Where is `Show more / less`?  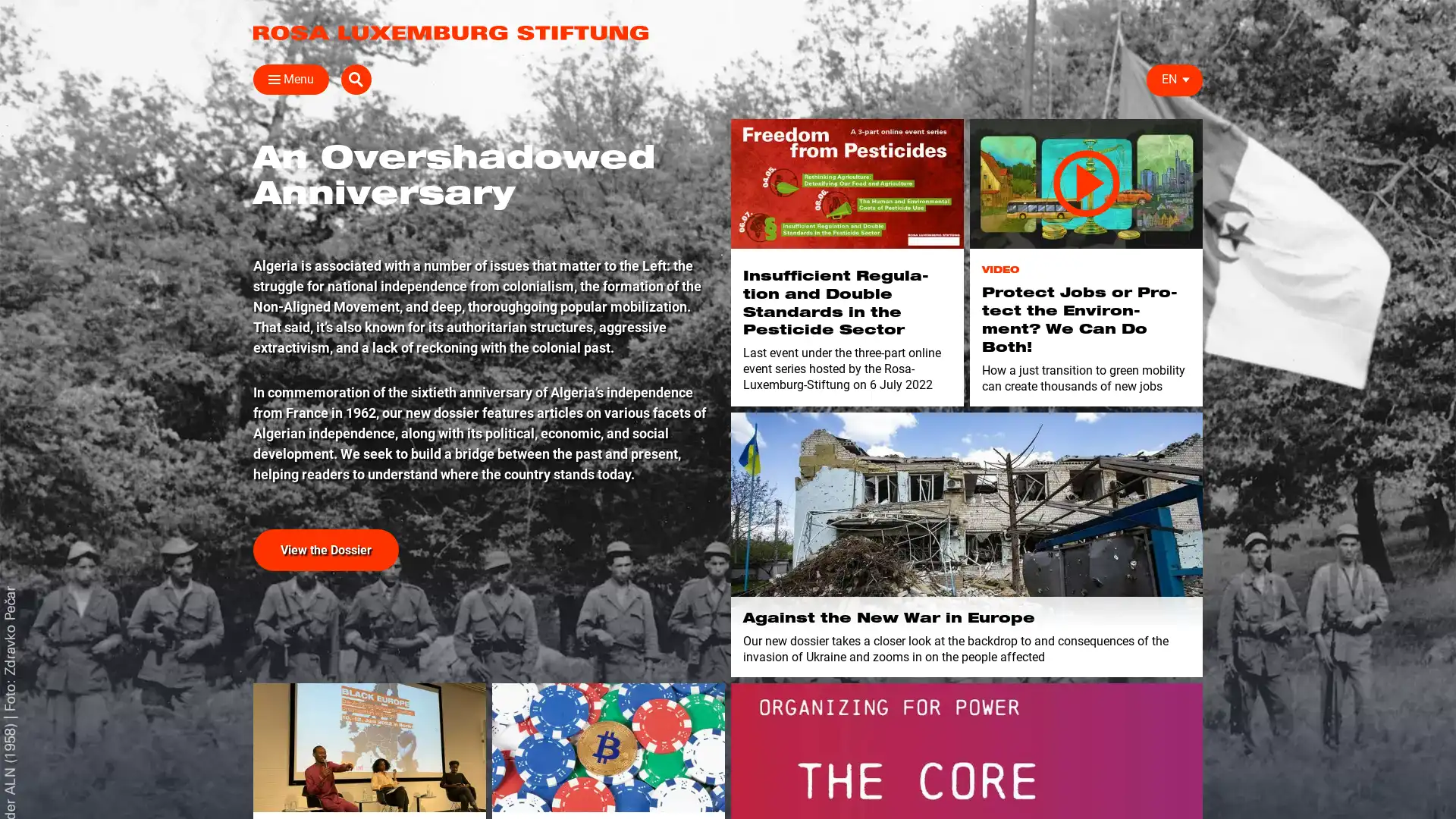
Show more / less is located at coordinates (246, 371).